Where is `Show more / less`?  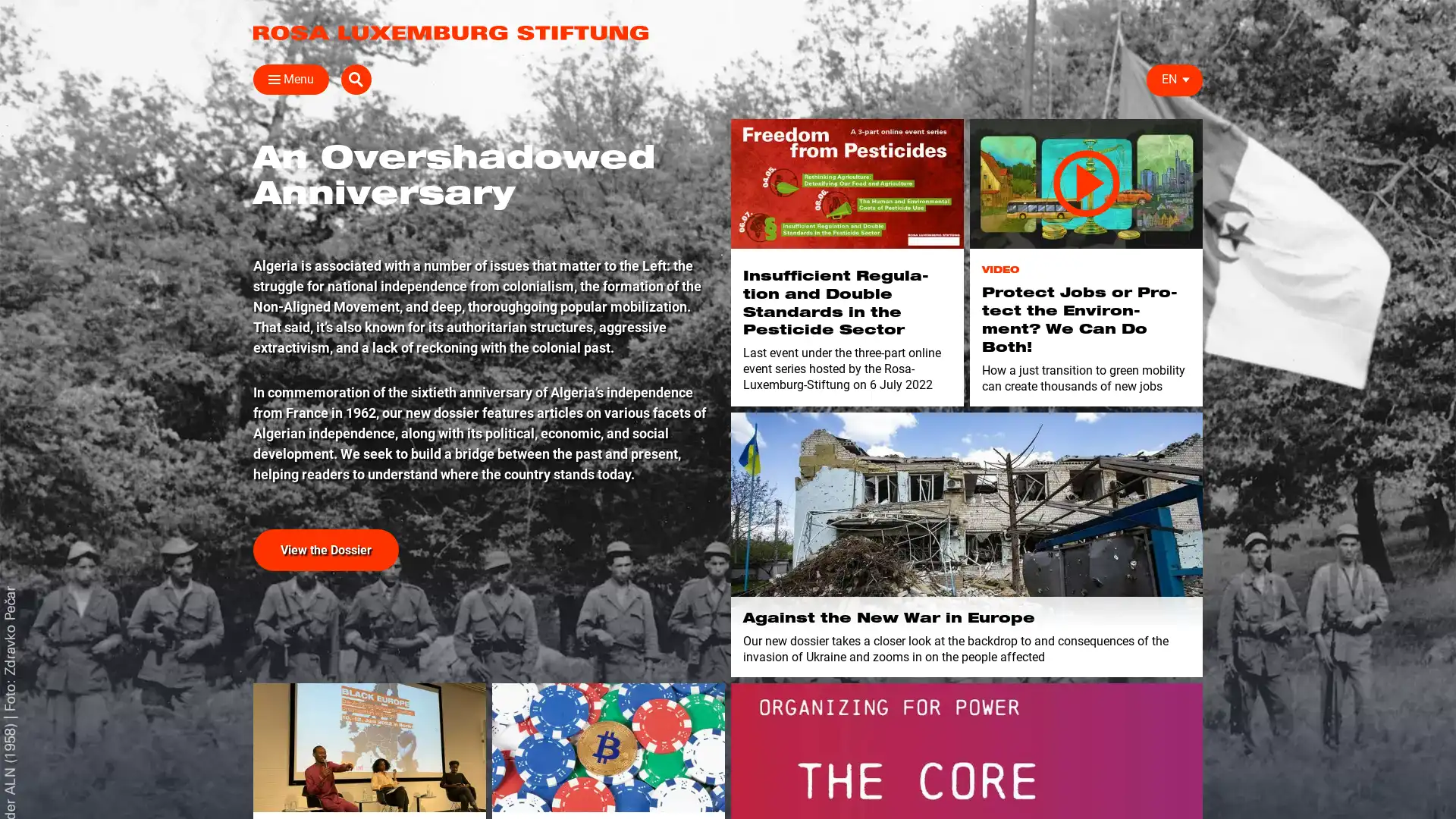
Show more / less is located at coordinates (246, 371).